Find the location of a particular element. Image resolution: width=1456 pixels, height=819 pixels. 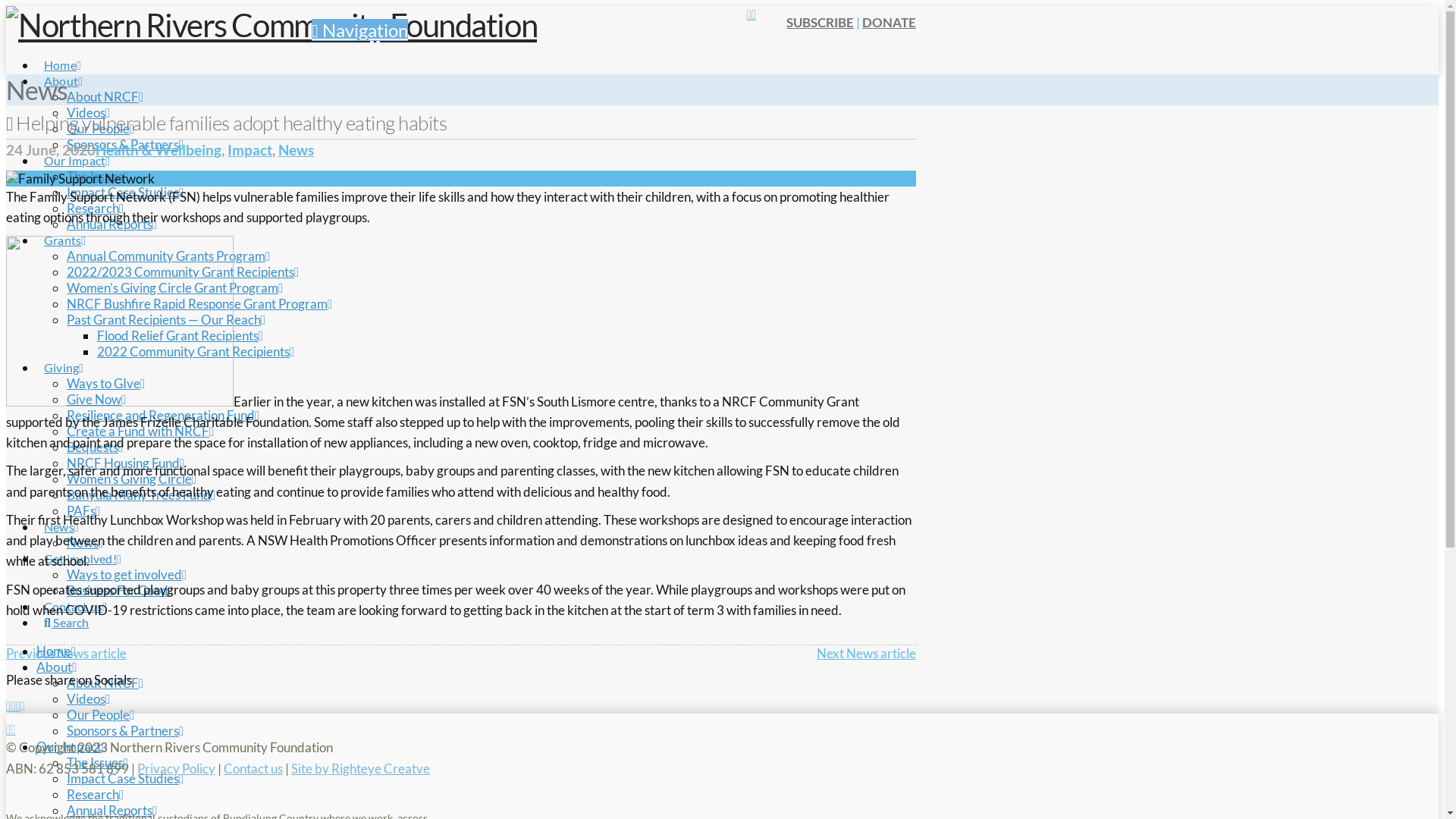

'DONATE' is located at coordinates (889, 22).